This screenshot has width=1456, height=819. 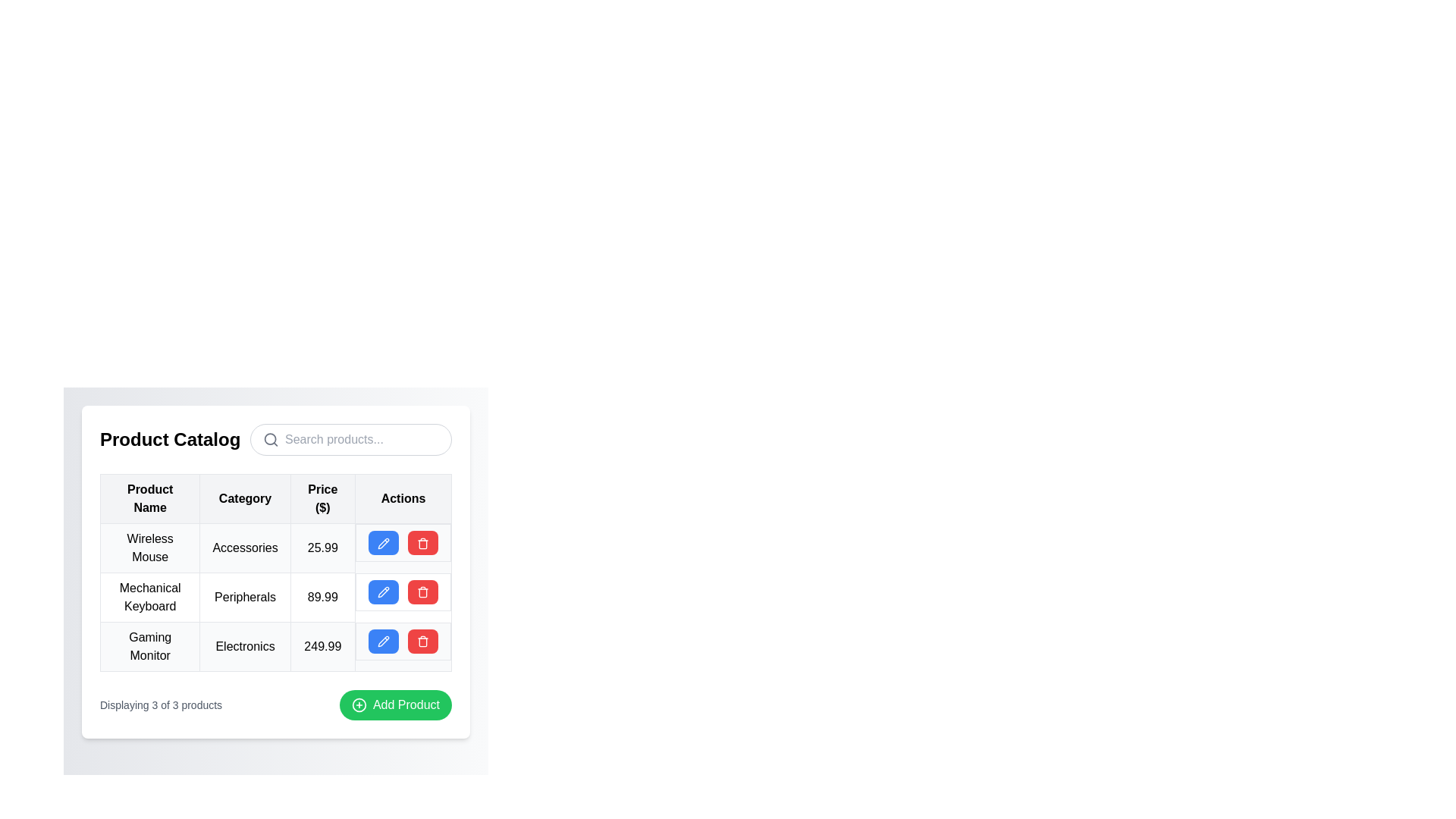 What do you see at coordinates (403, 591) in the screenshot?
I see `the blue edit button located in the 'Actions' column of the row labeled 'Mechanical Keyboard' to modify details` at bounding box center [403, 591].